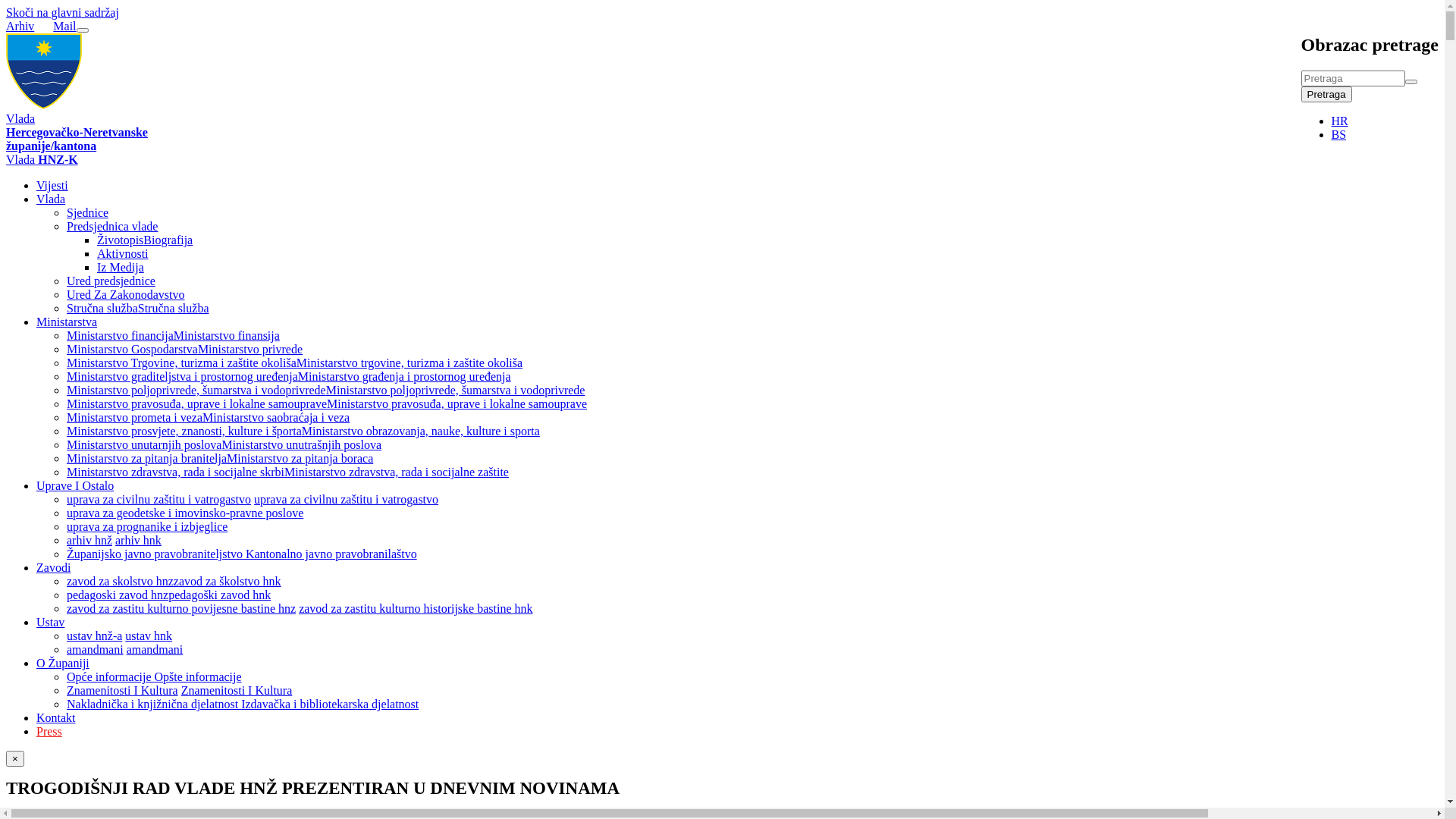  Describe the element at coordinates (65, 321) in the screenshot. I see `'Ministarstva'` at that location.